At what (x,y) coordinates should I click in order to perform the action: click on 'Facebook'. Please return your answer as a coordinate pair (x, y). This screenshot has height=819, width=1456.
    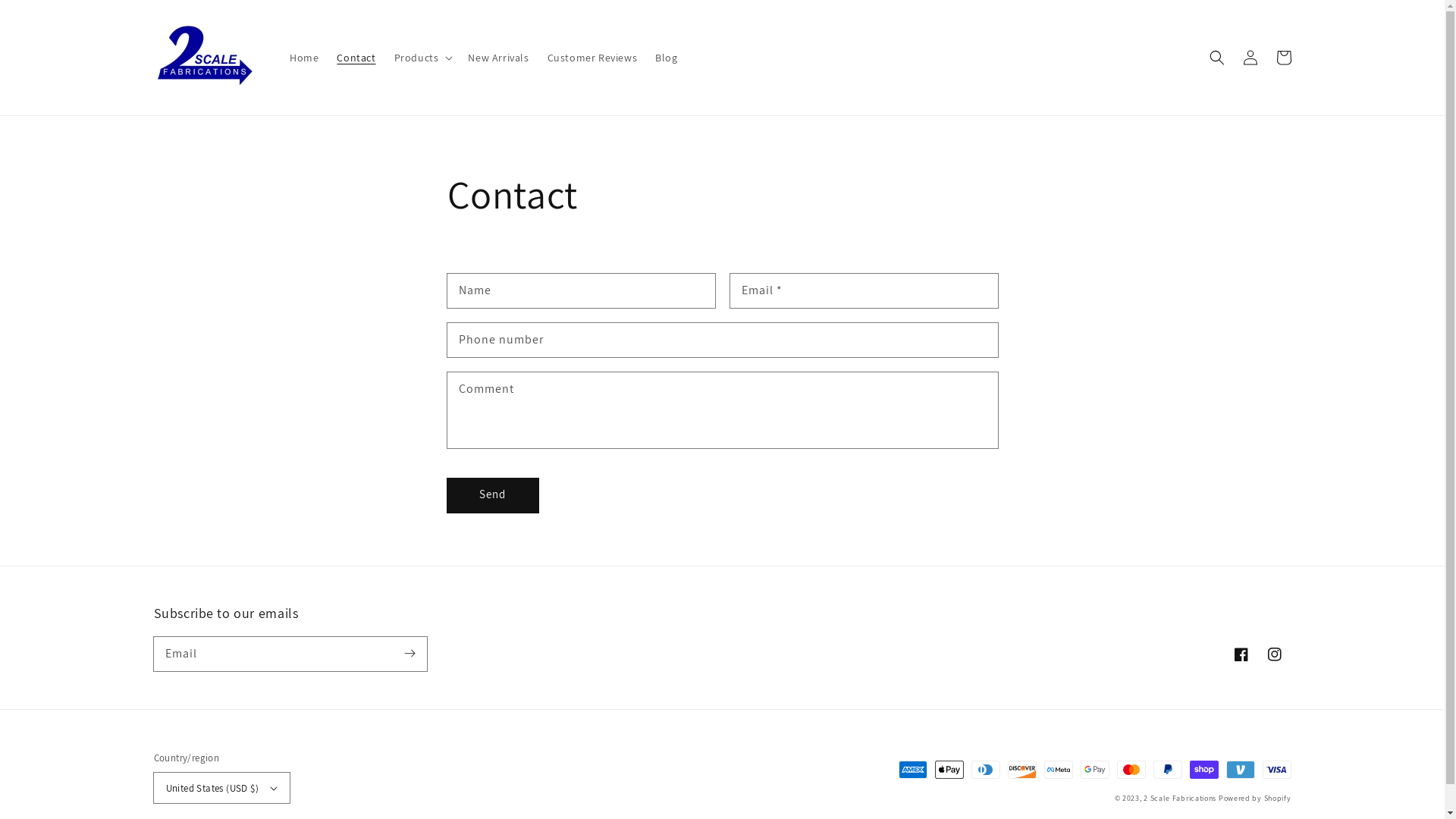
    Looking at the image, I should click on (1241, 654).